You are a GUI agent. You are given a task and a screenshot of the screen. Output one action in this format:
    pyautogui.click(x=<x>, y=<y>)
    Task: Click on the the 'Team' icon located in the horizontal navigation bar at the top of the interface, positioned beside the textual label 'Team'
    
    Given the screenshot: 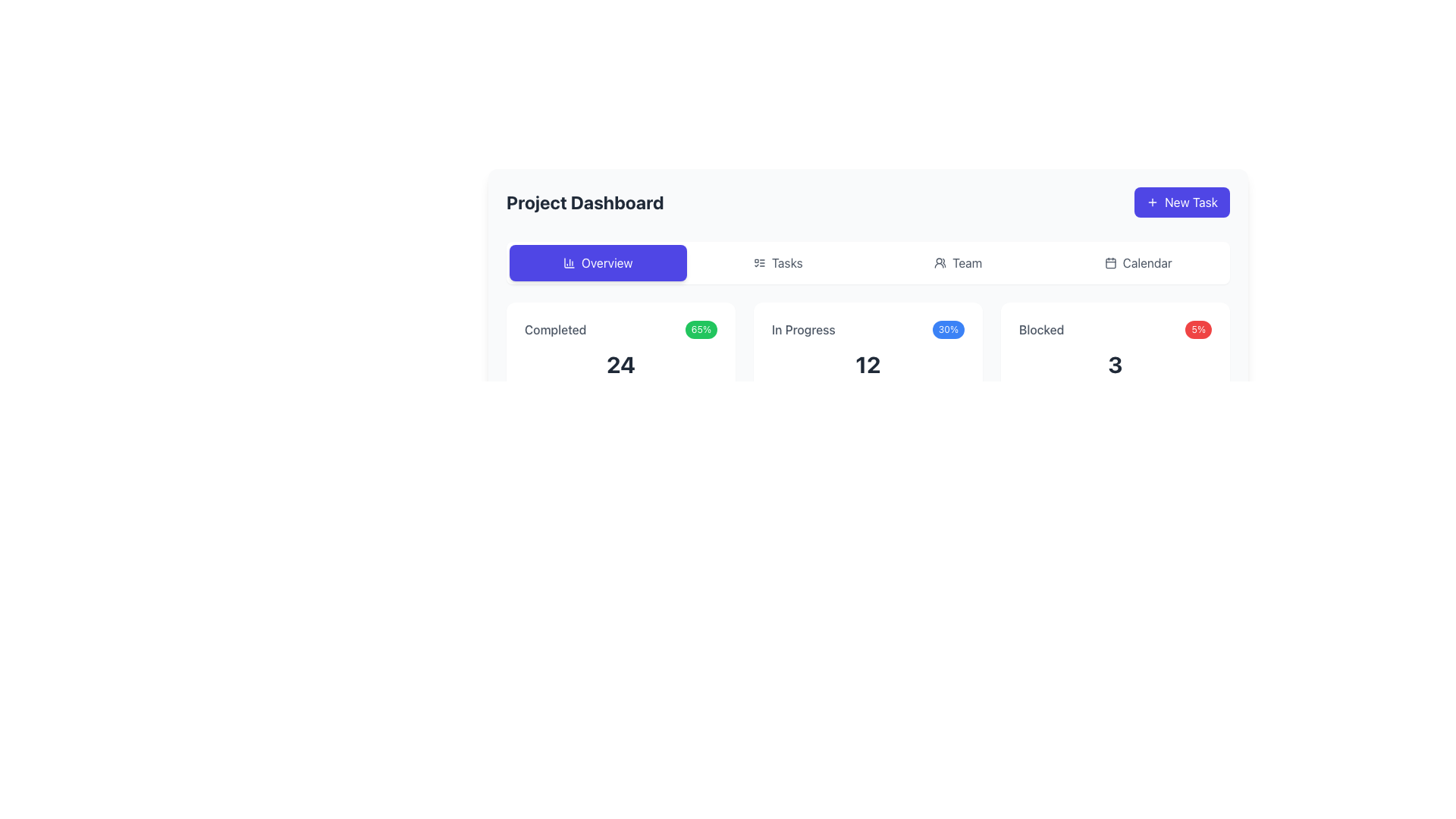 What is the action you would take?
    pyautogui.click(x=940, y=262)
    